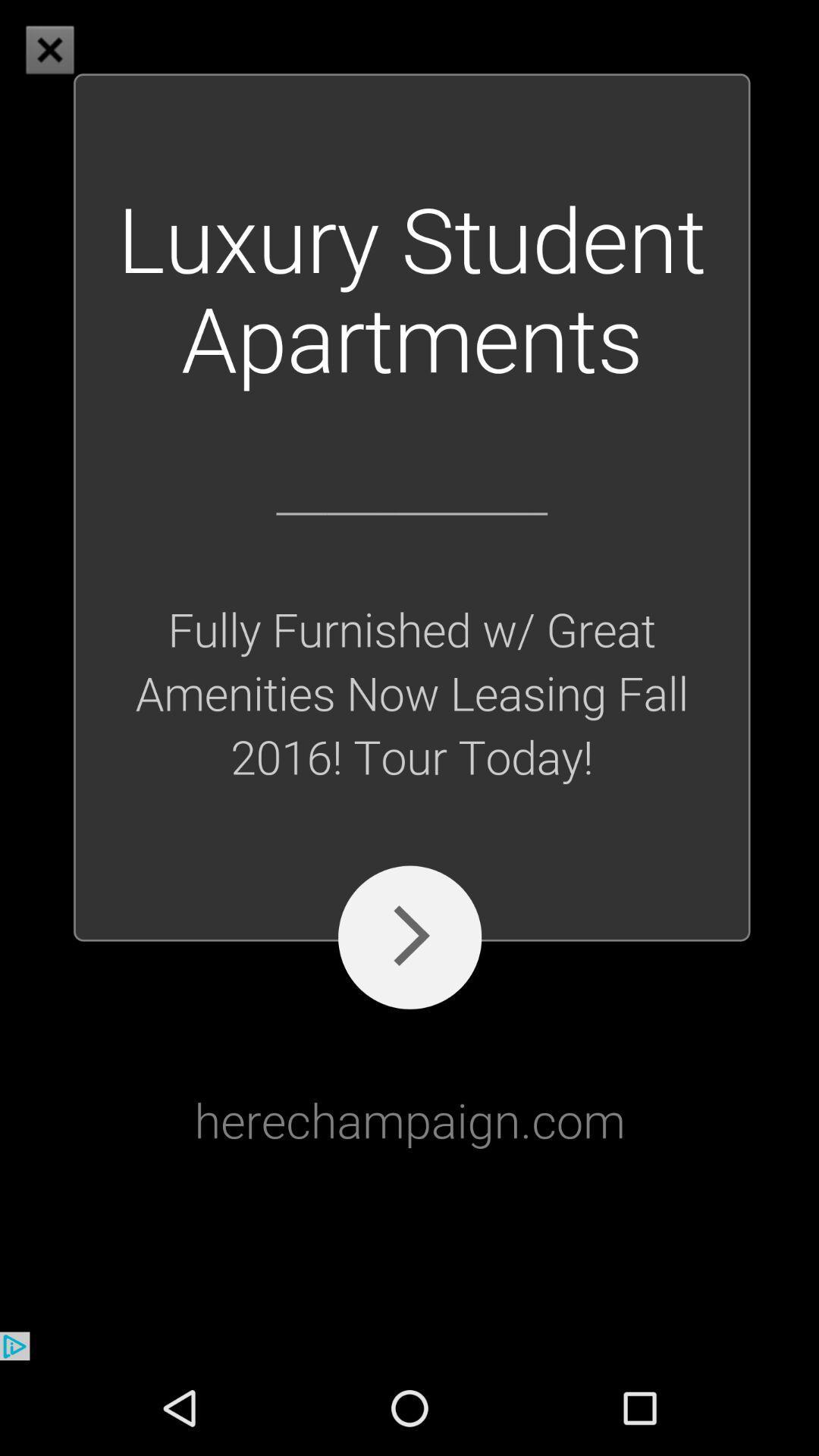 The height and width of the screenshot is (1456, 819). I want to click on the close icon, so click(49, 53).